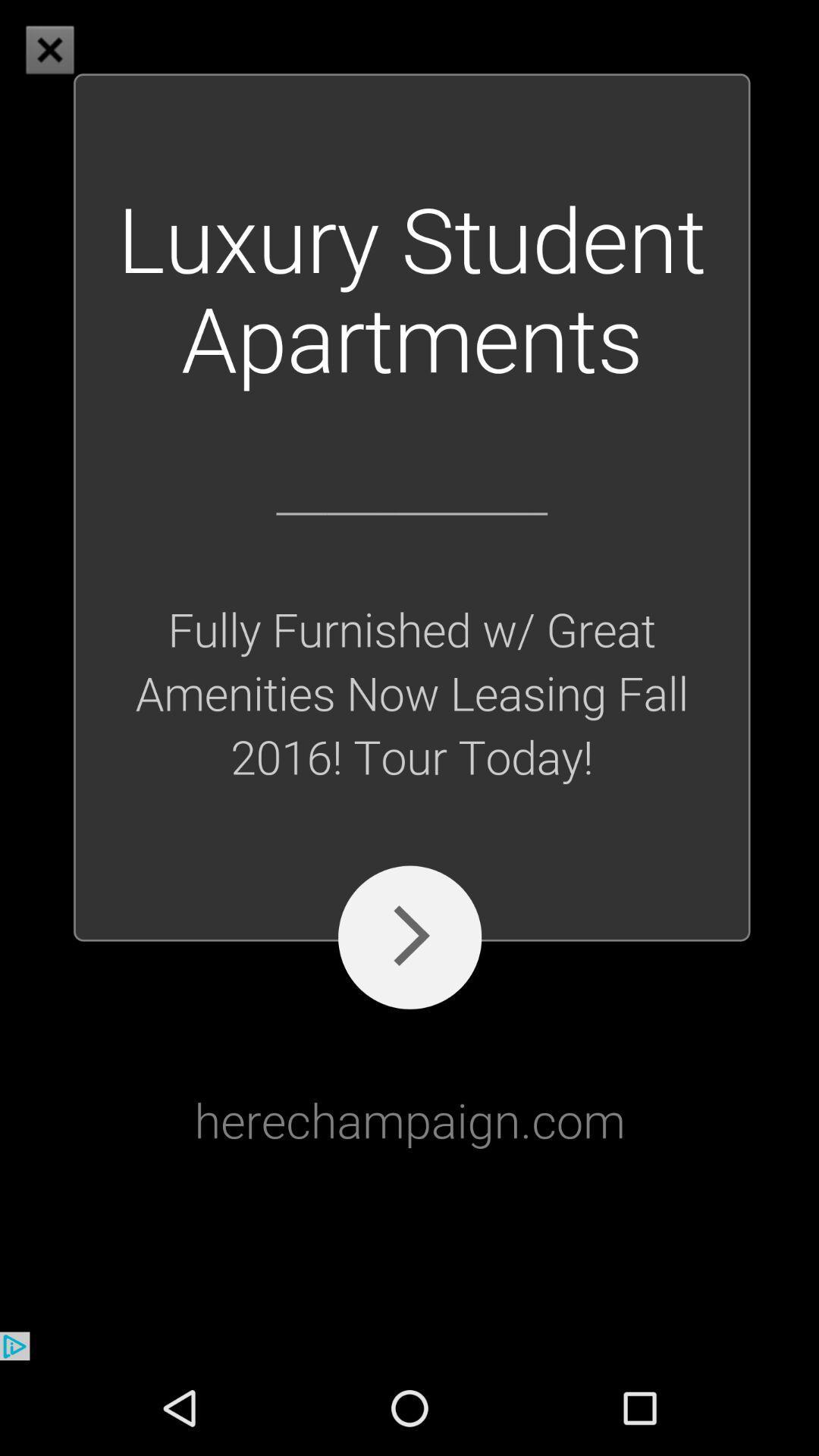 The height and width of the screenshot is (1456, 819). I want to click on the close icon, so click(49, 53).